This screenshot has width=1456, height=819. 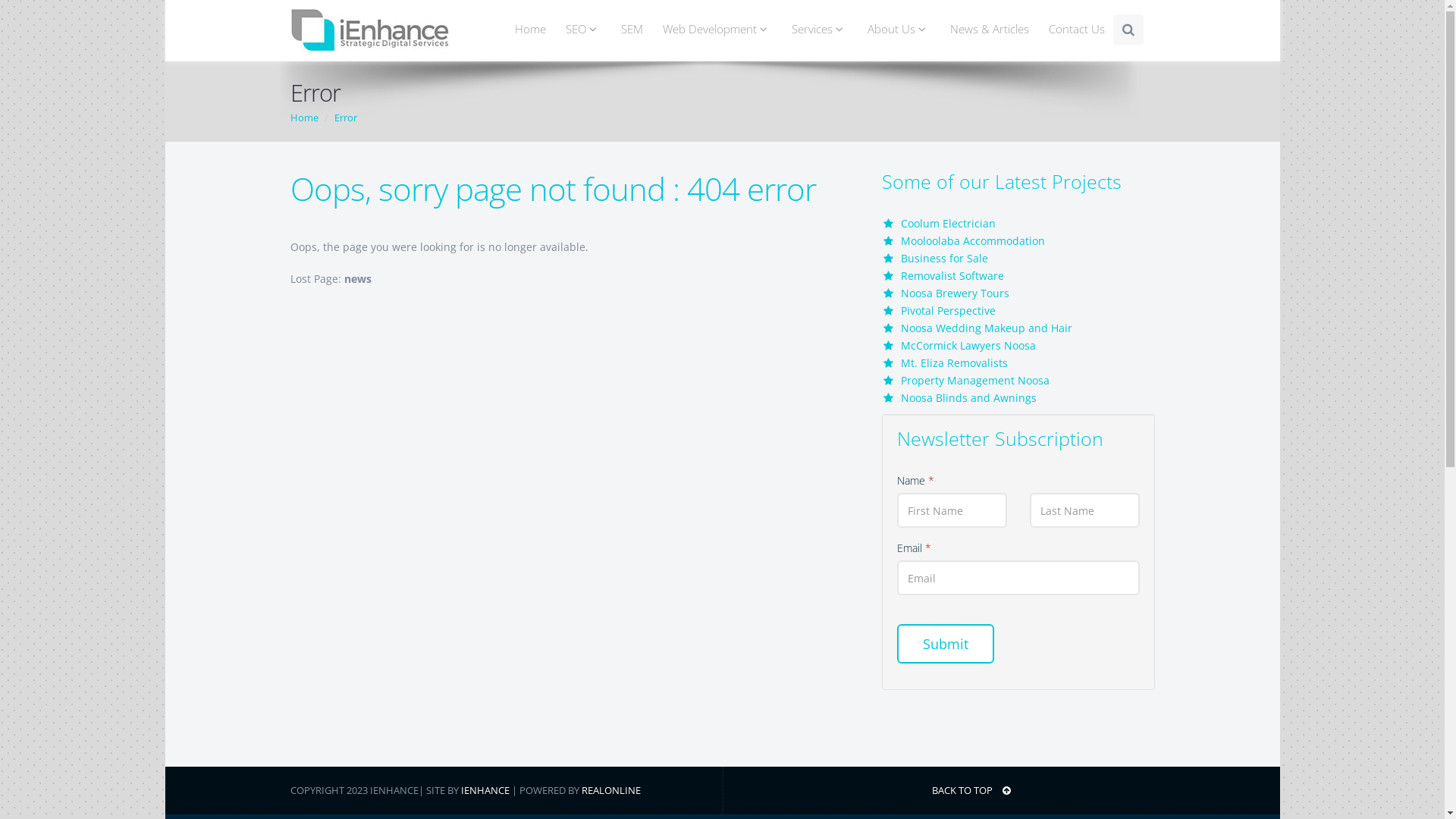 I want to click on 'Home', so click(x=303, y=116).